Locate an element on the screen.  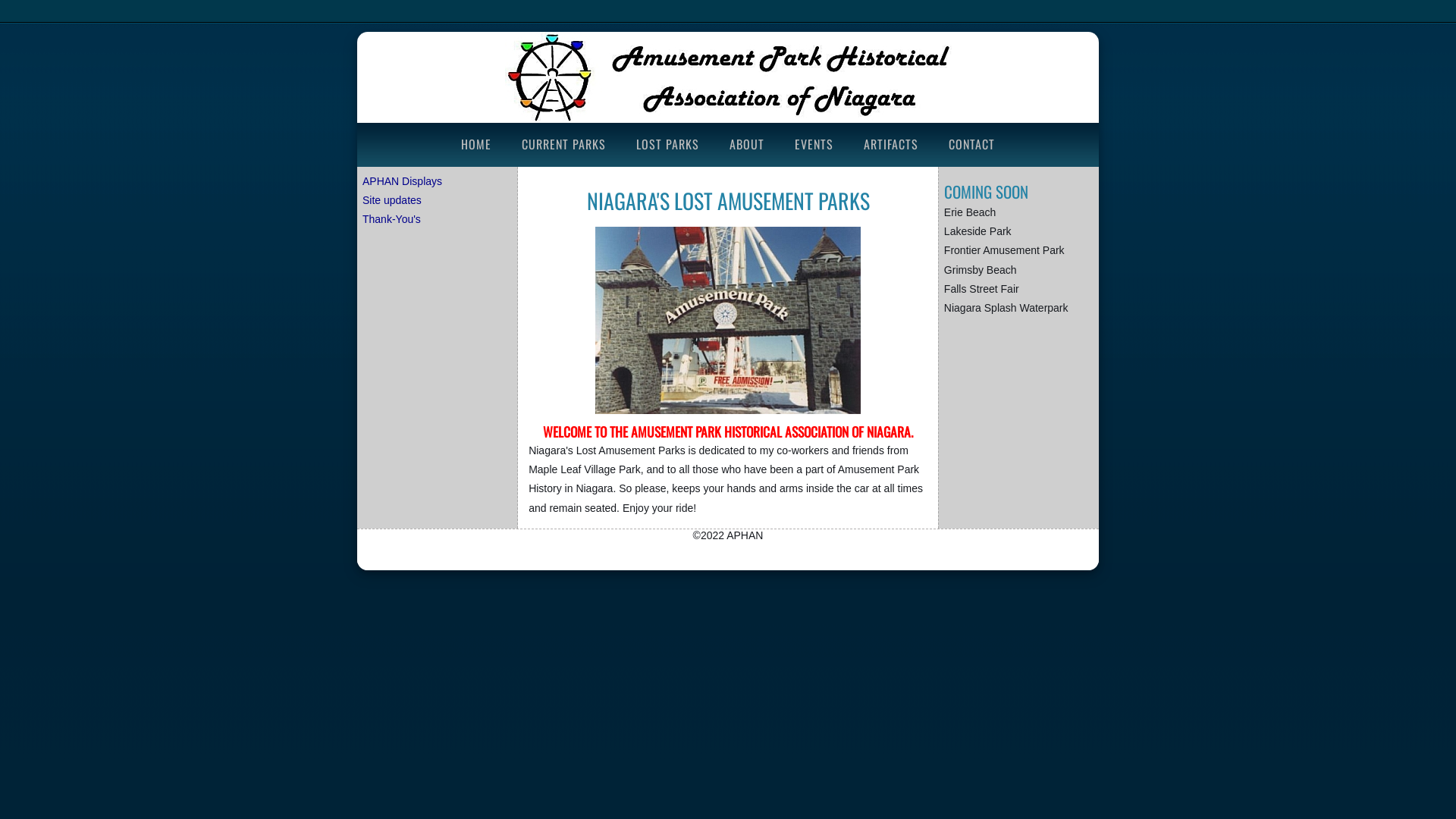
'ABOUT' is located at coordinates (746, 143).